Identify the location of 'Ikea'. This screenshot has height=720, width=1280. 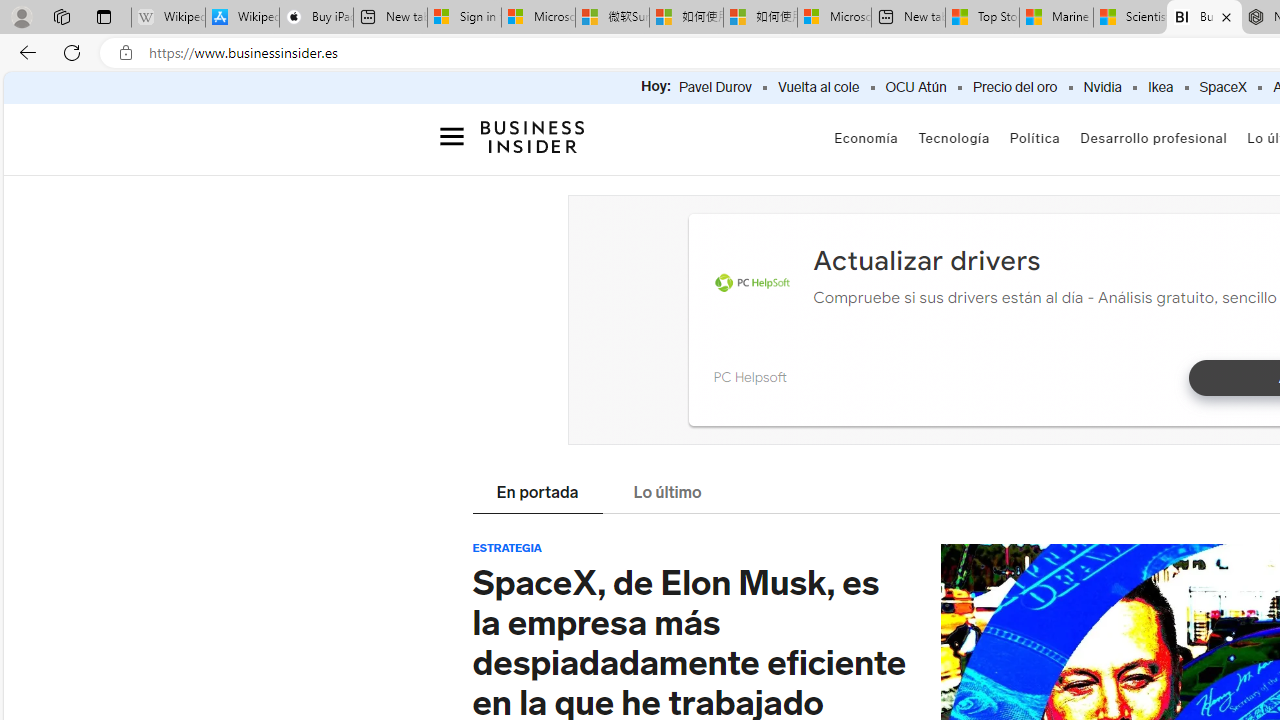
(1160, 87).